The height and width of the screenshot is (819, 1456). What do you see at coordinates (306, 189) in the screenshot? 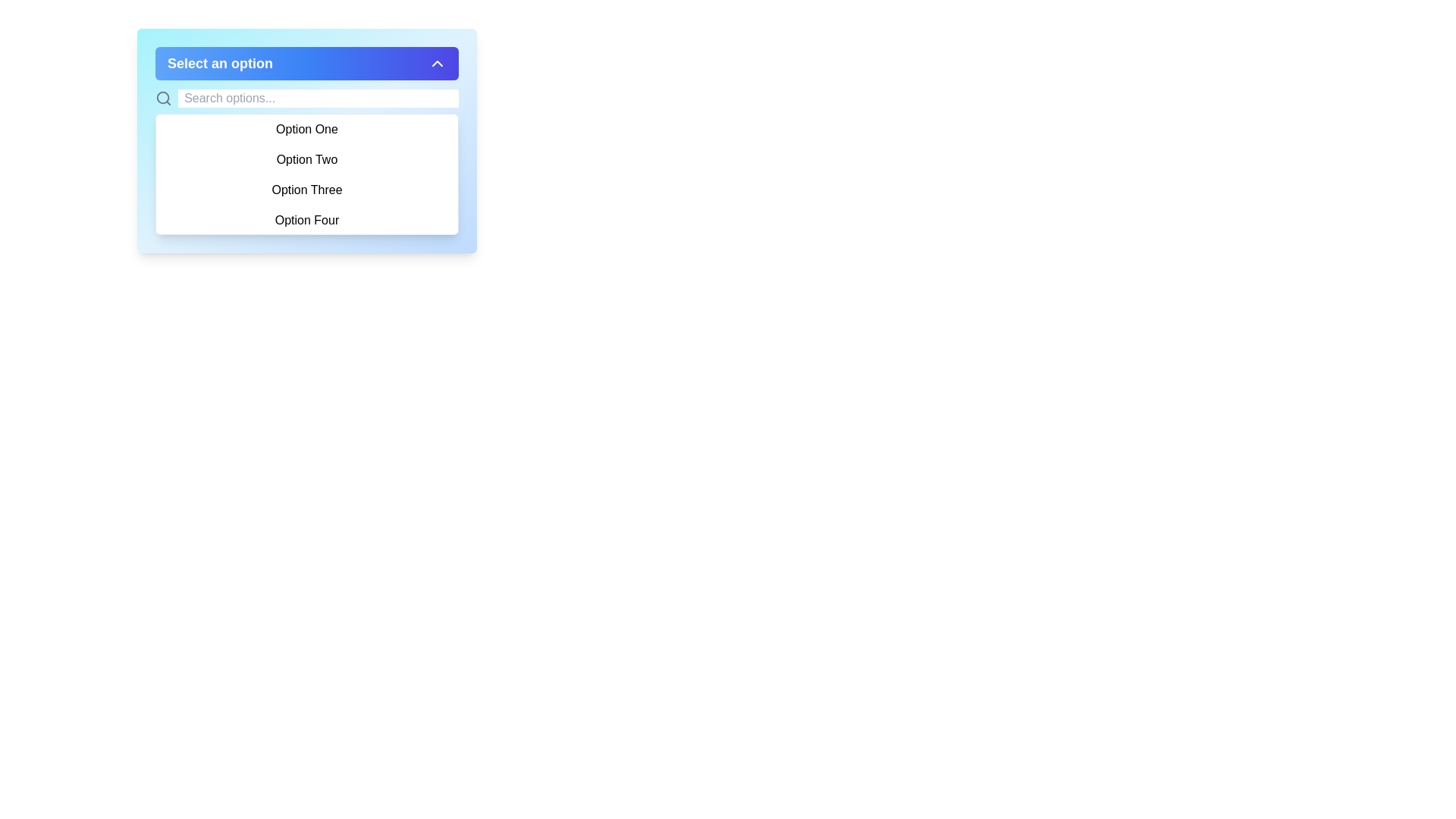
I see `the third option labeled 'Option Three' in the dropdown menu` at bounding box center [306, 189].